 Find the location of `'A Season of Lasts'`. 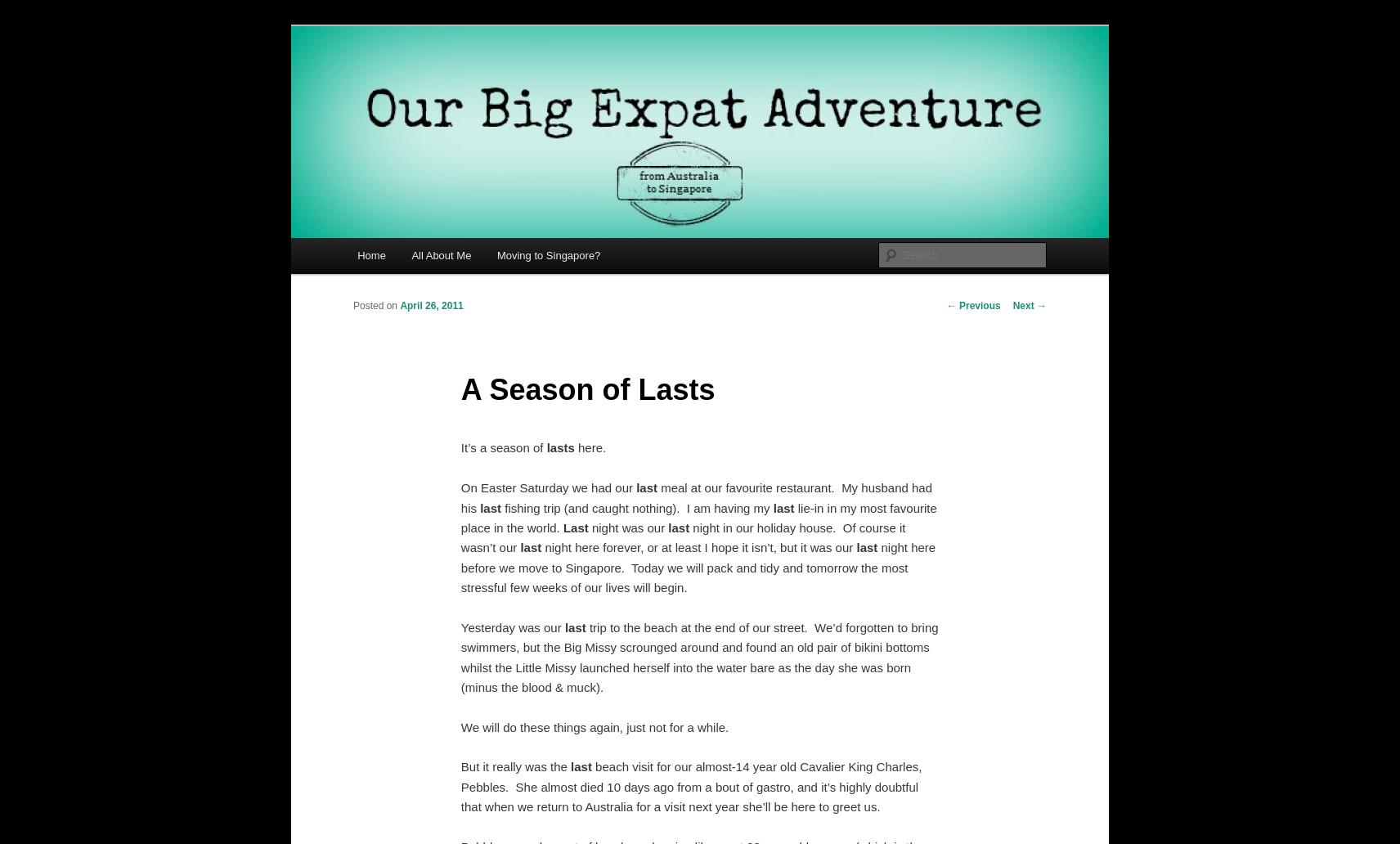

'A Season of Lasts' is located at coordinates (587, 388).